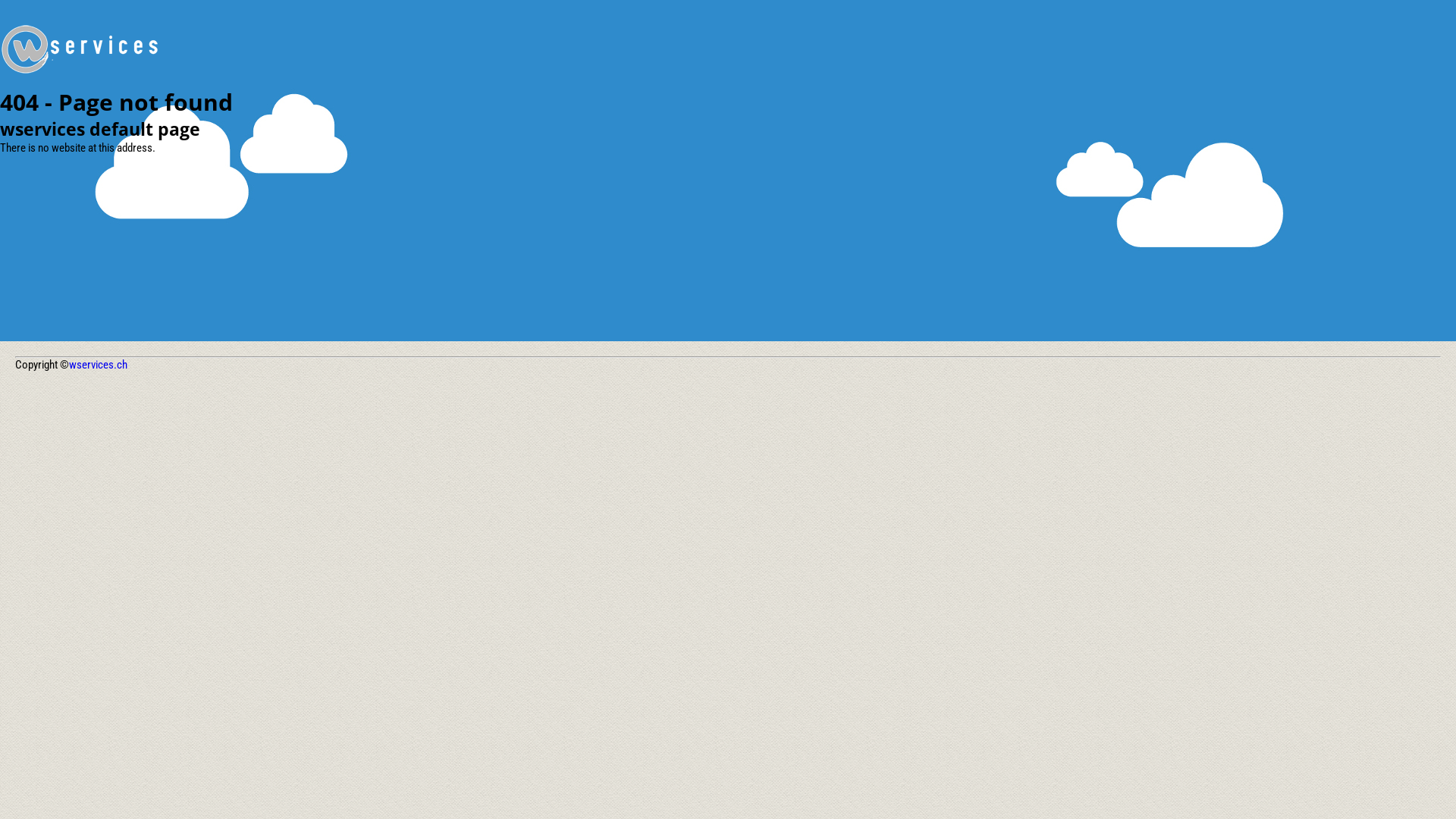 The width and height of the screenshot is (1456, 819). I want to click on 'wservices.ch', so click(97, 365).